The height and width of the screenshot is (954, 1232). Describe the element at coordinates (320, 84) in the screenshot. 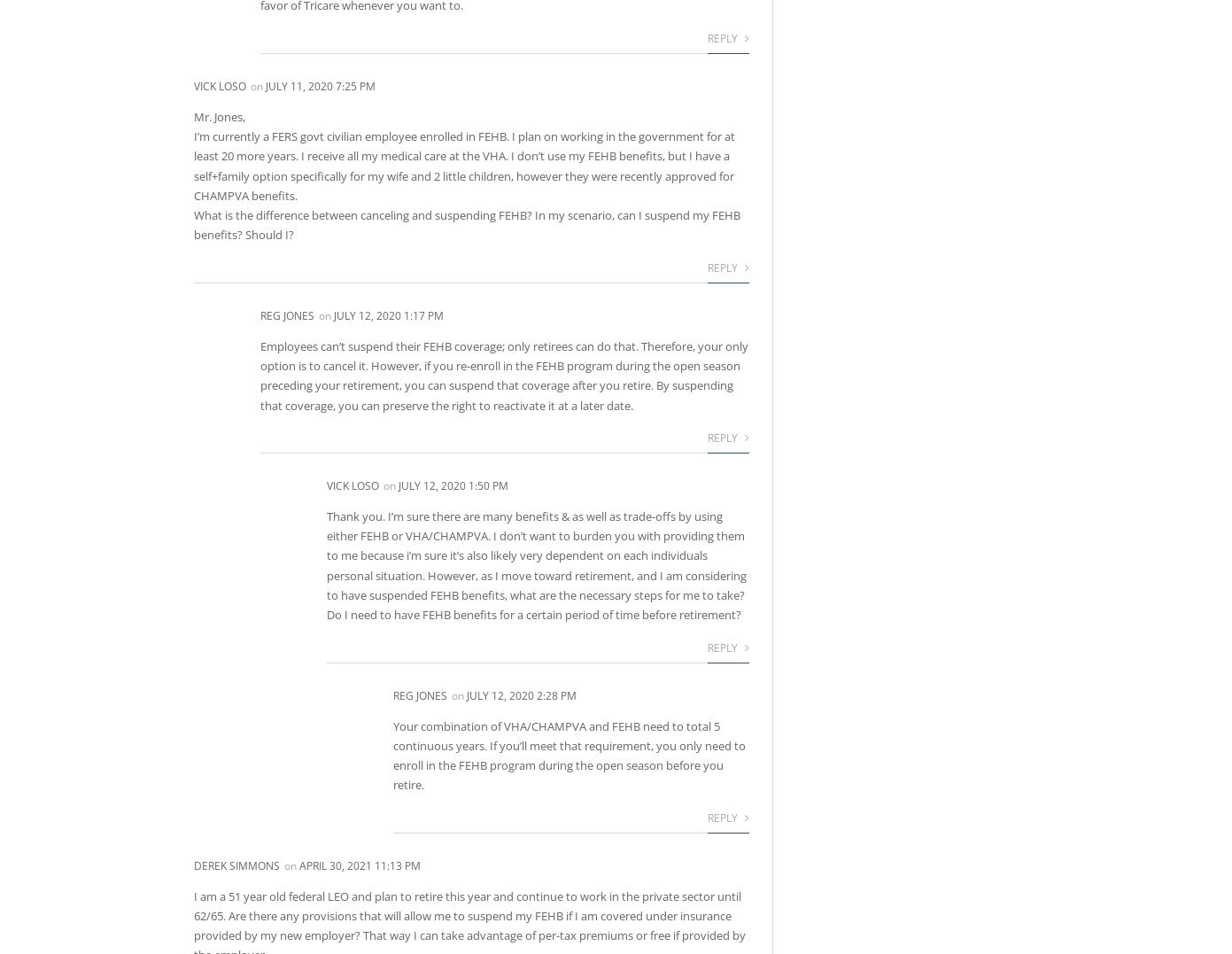

I see `'July 11, 2020 7:25 pm'` at that location.